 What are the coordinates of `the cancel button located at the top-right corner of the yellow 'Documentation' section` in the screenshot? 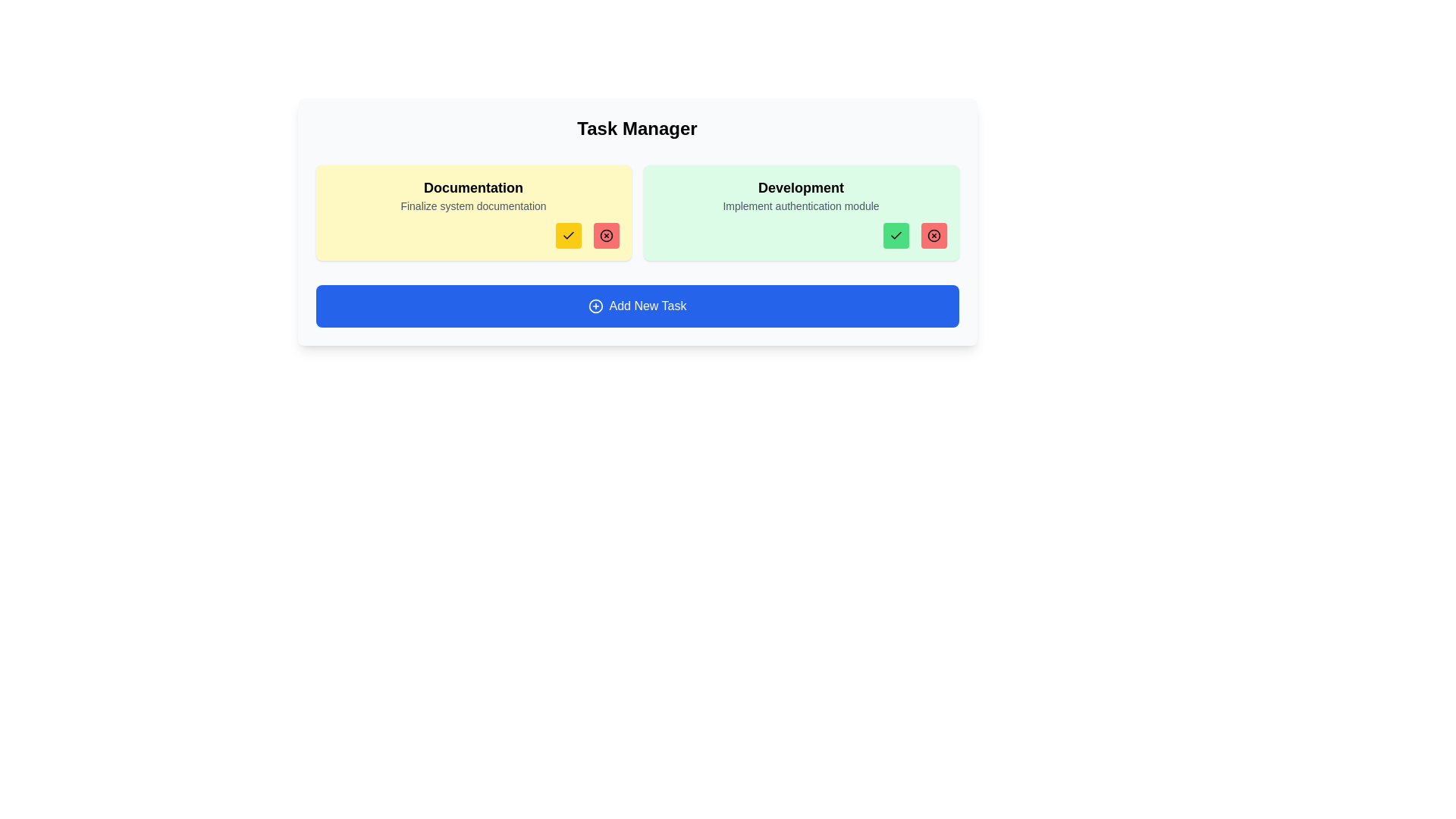 It's located at (605, 236).